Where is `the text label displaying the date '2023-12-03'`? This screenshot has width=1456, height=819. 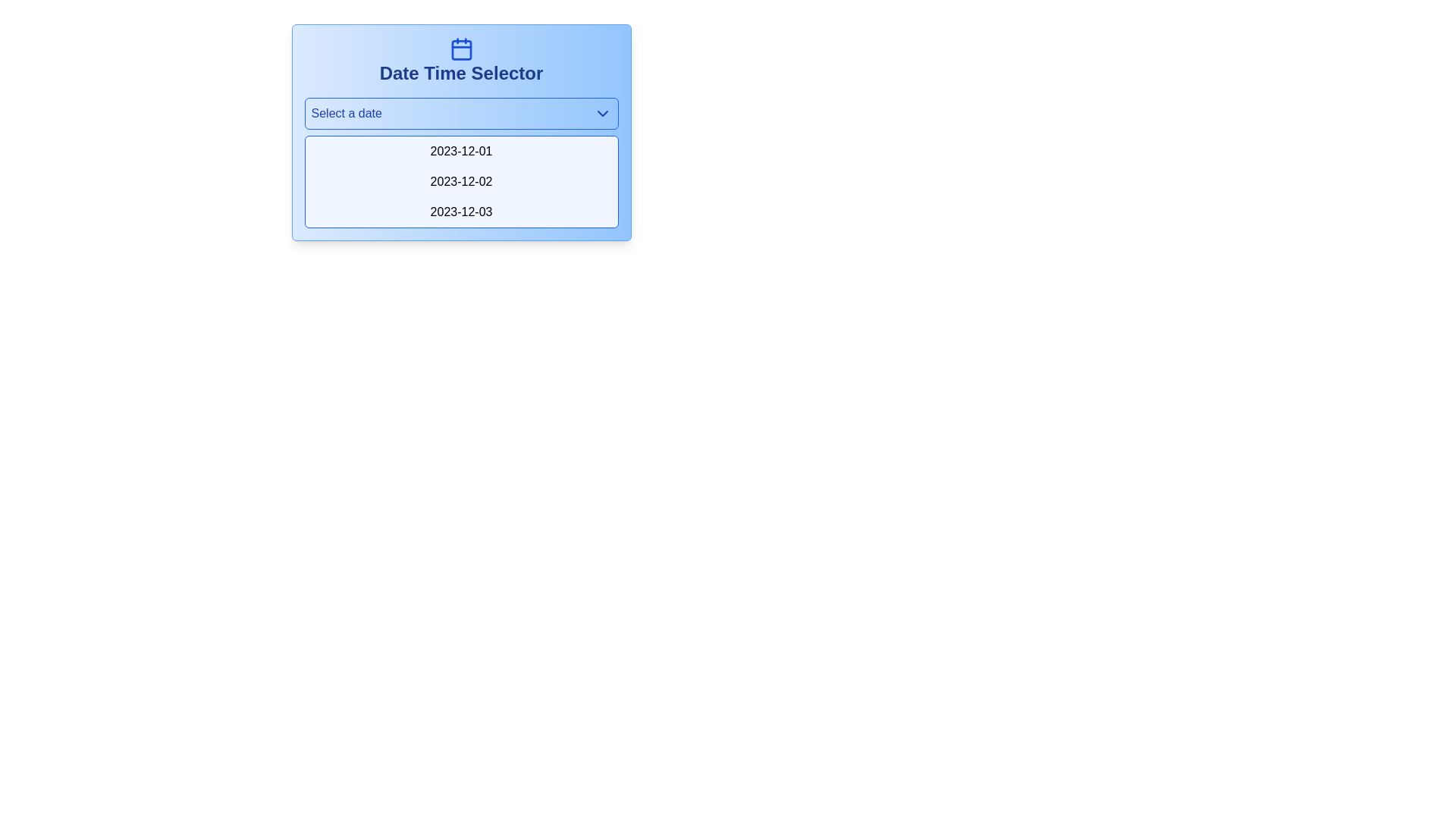
the text label displaying the date '2023-12-03' is located at coordinates (460, 212).